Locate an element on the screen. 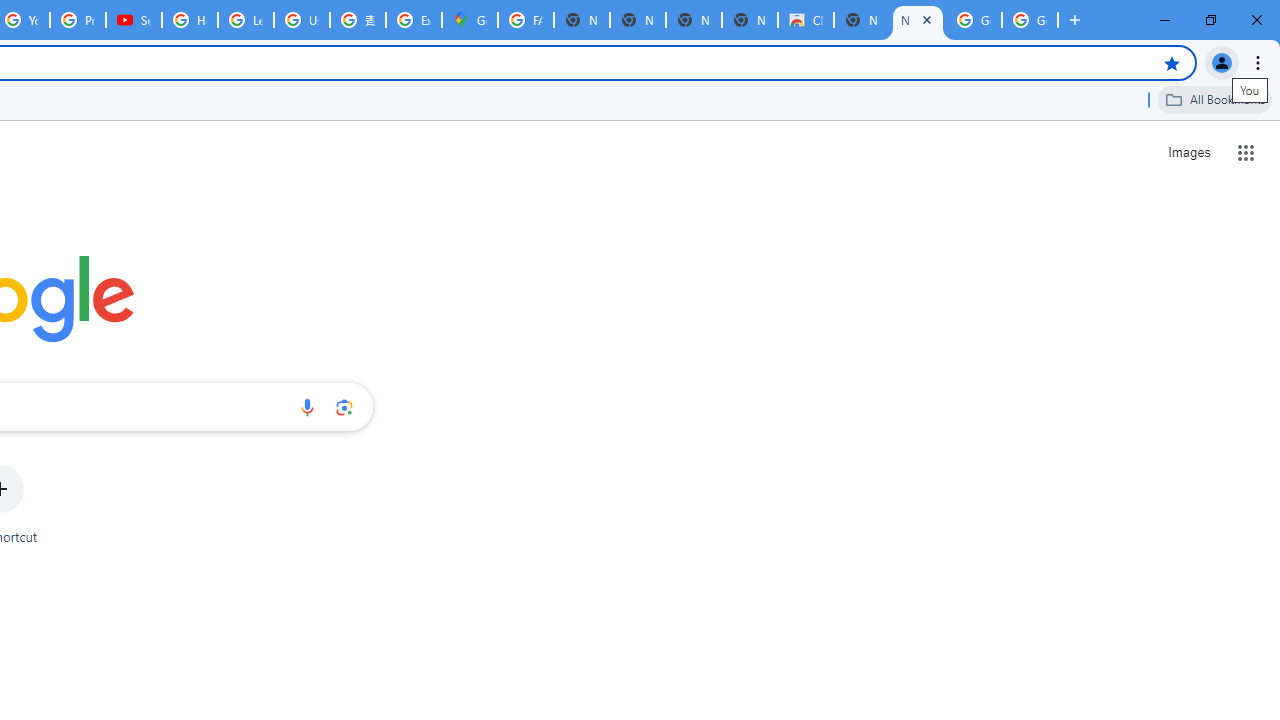  'Chrome Web Store' is located at coordinates (806, 20).